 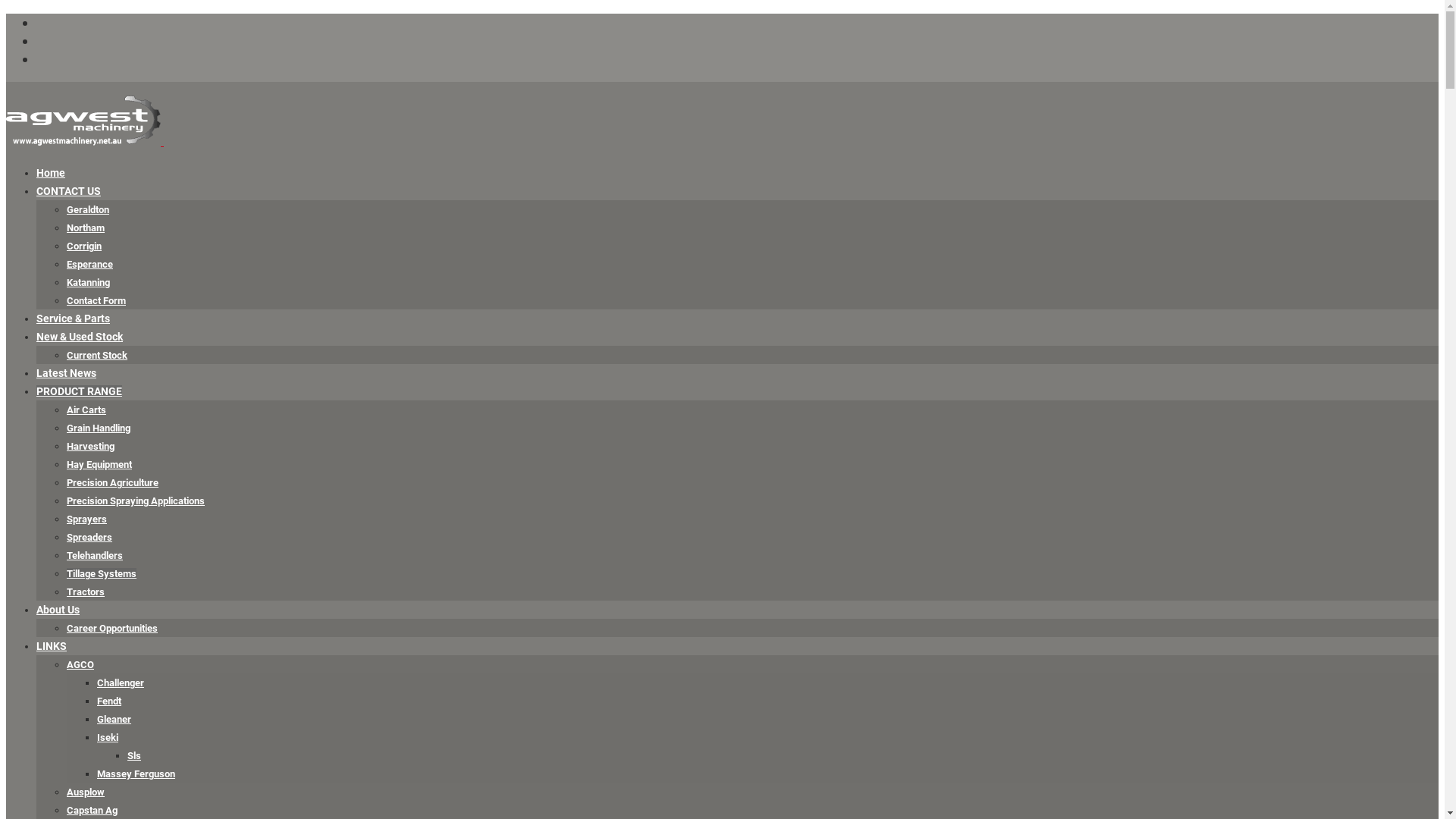 What do you see at coordinates (93, 555) in the screenshot?
I see `'Telehandlers'` at bounding box center [93, 555].